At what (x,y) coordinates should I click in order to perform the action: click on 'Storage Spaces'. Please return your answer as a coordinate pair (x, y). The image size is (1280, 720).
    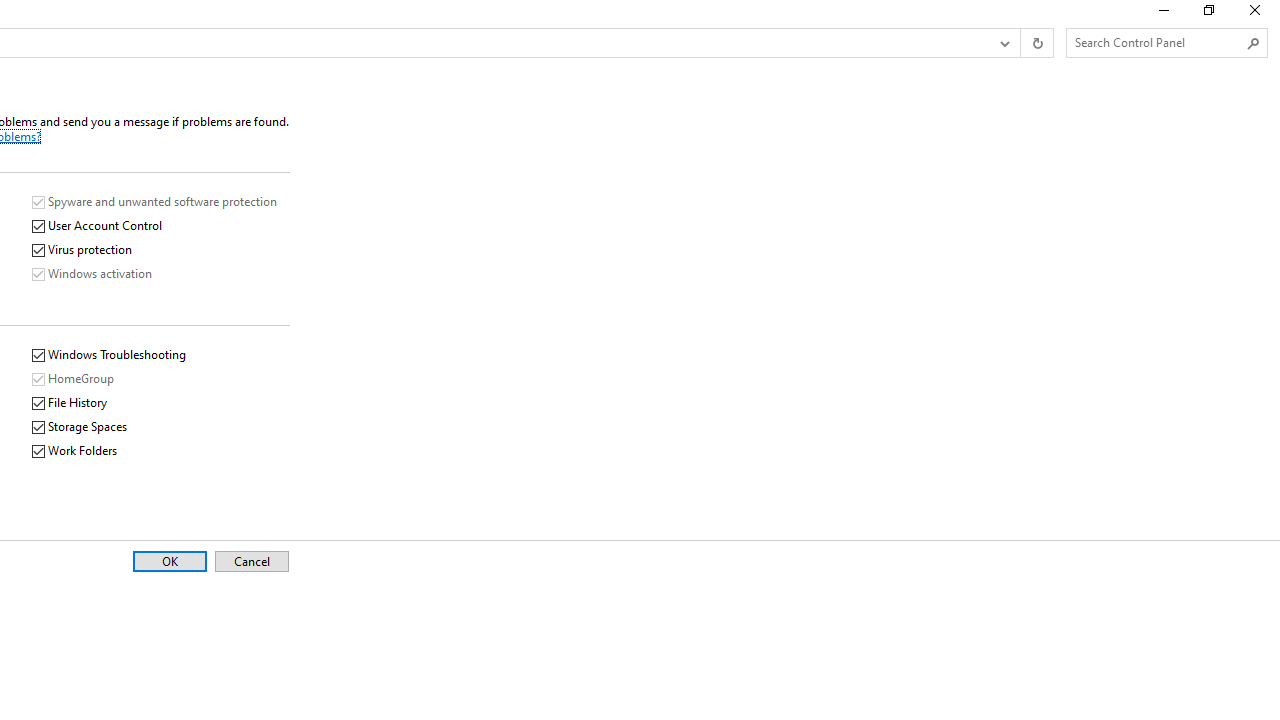
    Looking at the image, I should click on (80, 426).